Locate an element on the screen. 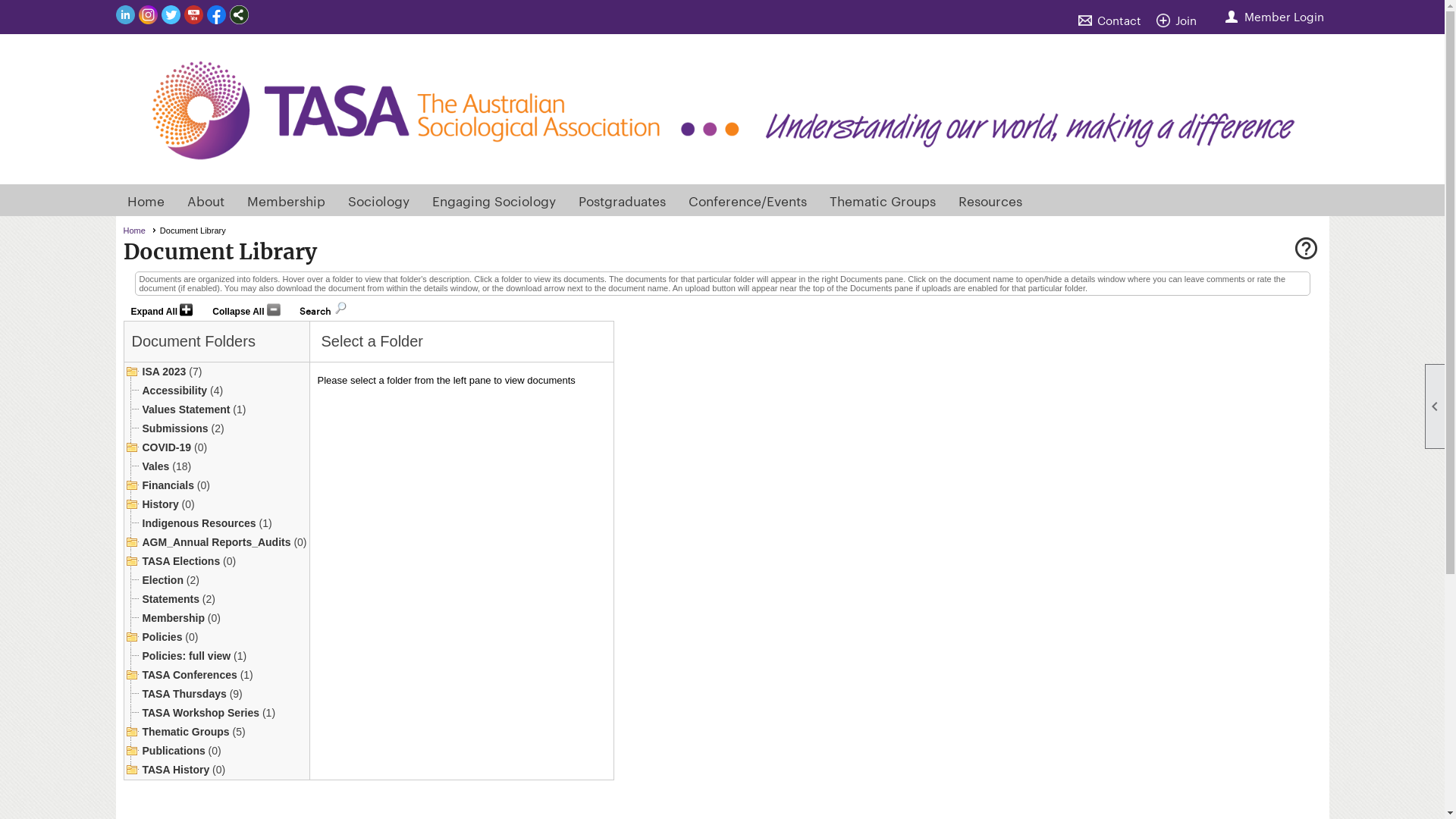  'help_outline' is located at coordinates (1304, 249).